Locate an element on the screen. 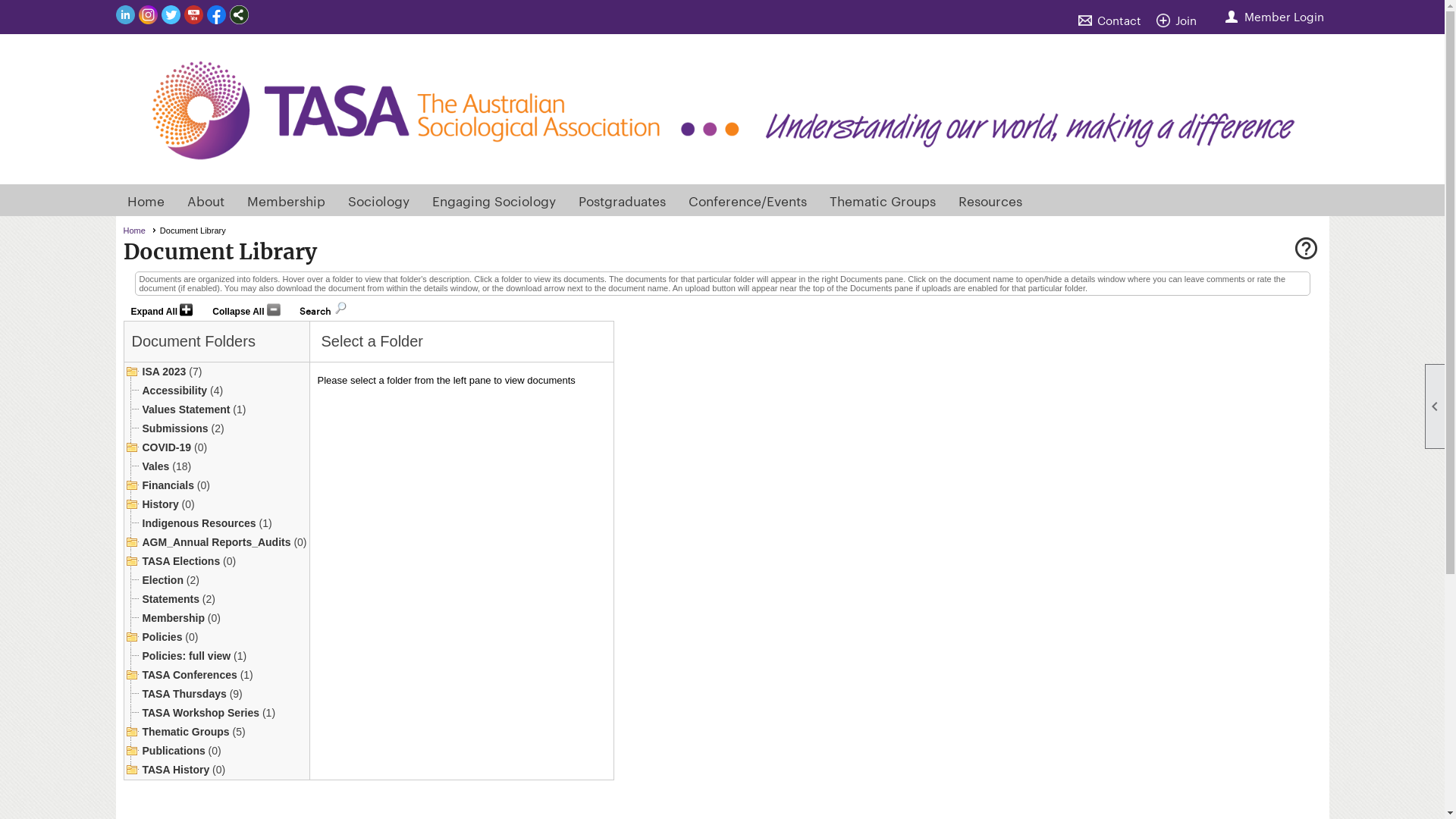  'help_outline' is located at coordinates (1304, 249).